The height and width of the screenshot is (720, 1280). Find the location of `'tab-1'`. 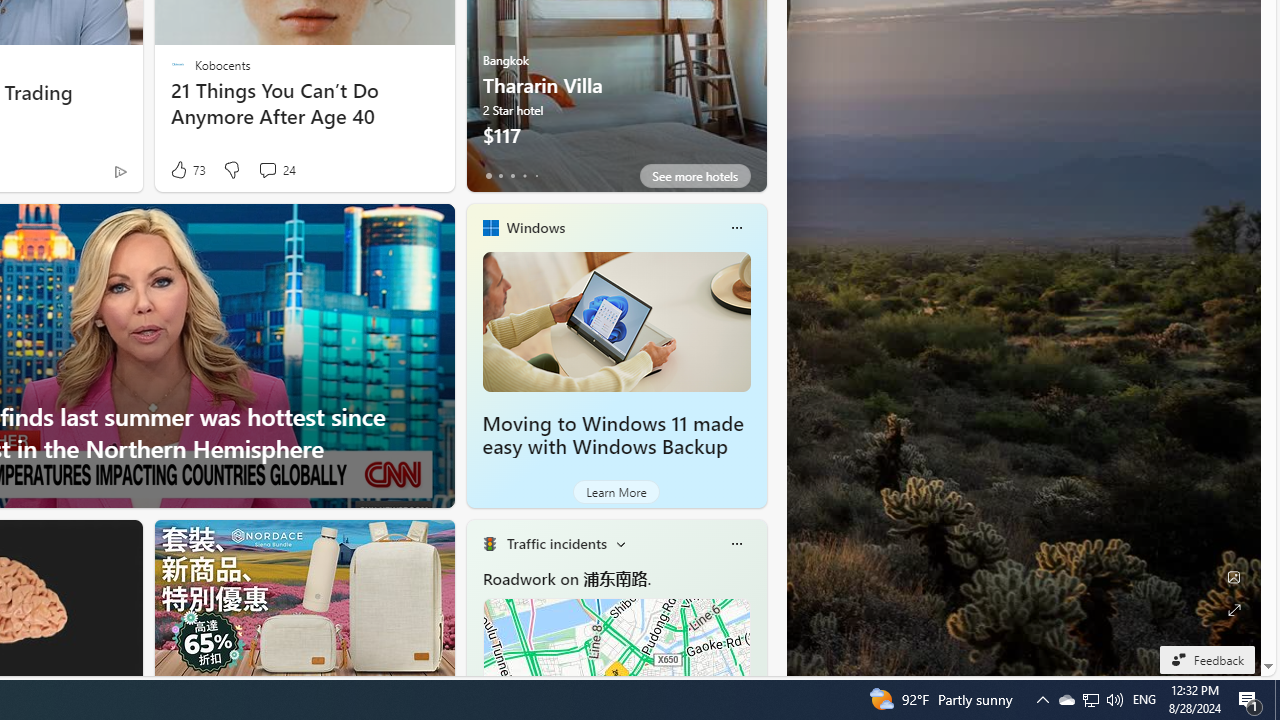

'tab-1' is located at coordinates (500, 175).